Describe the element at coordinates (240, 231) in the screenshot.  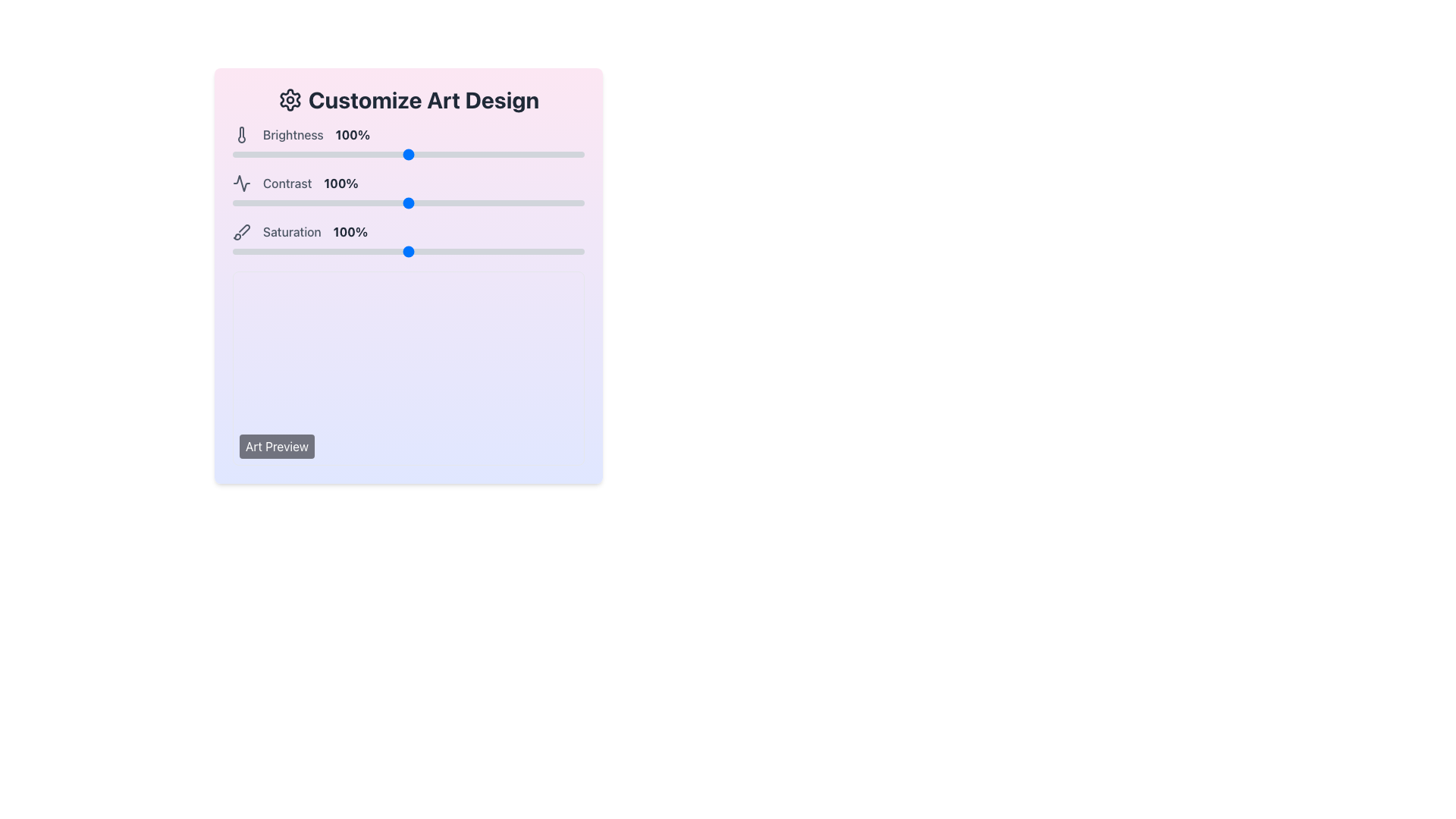
I see `the brush tool icon, which is a gray icon with a simple geometric design located in the third row of the configuration panel, to the left of the 'Saturation' label` at that location.